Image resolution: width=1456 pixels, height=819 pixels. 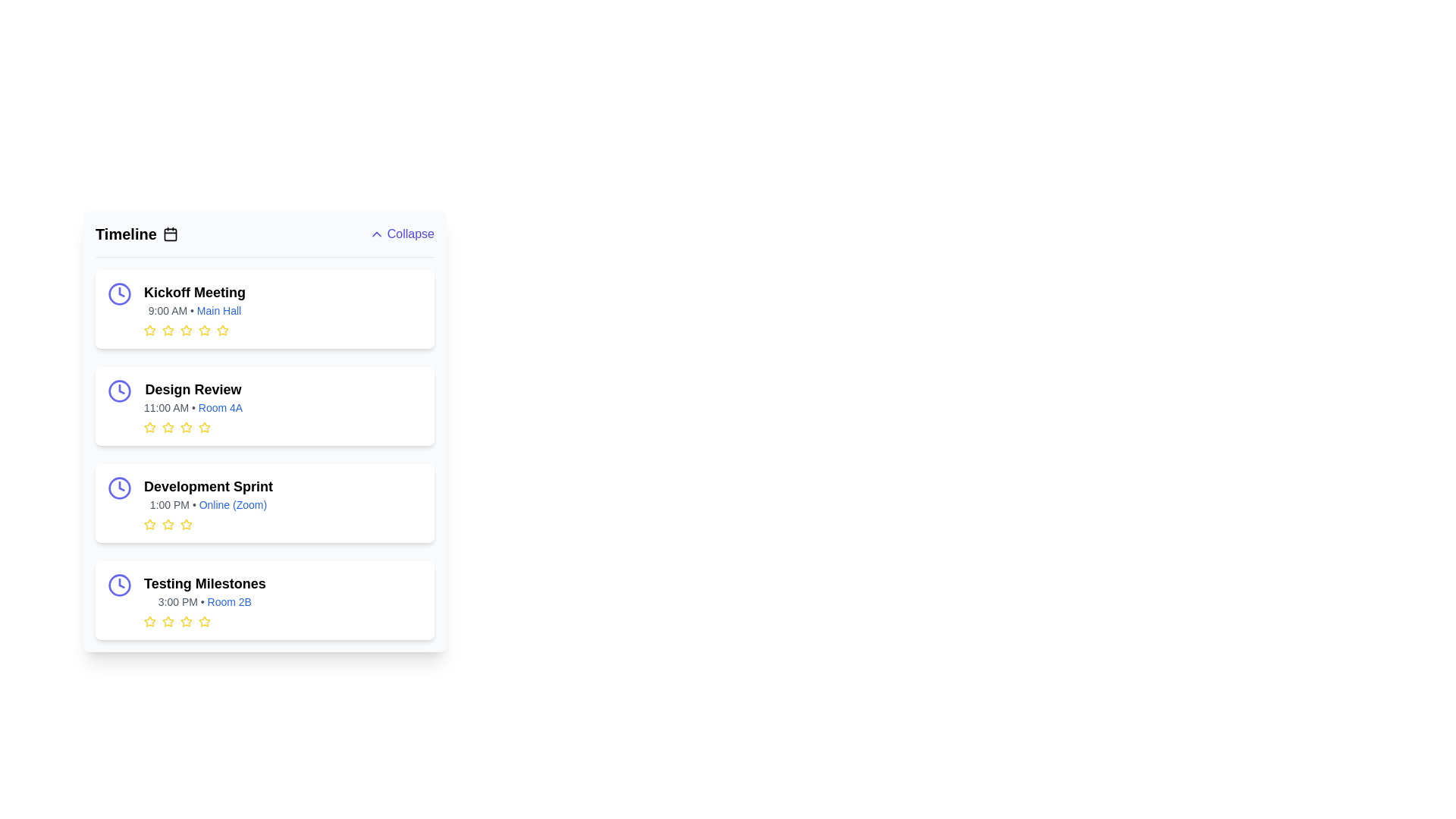 I want to click on the first star icon in the rating scale under the 'Design Review' section to provide a rating, so click(x=149, y=427).